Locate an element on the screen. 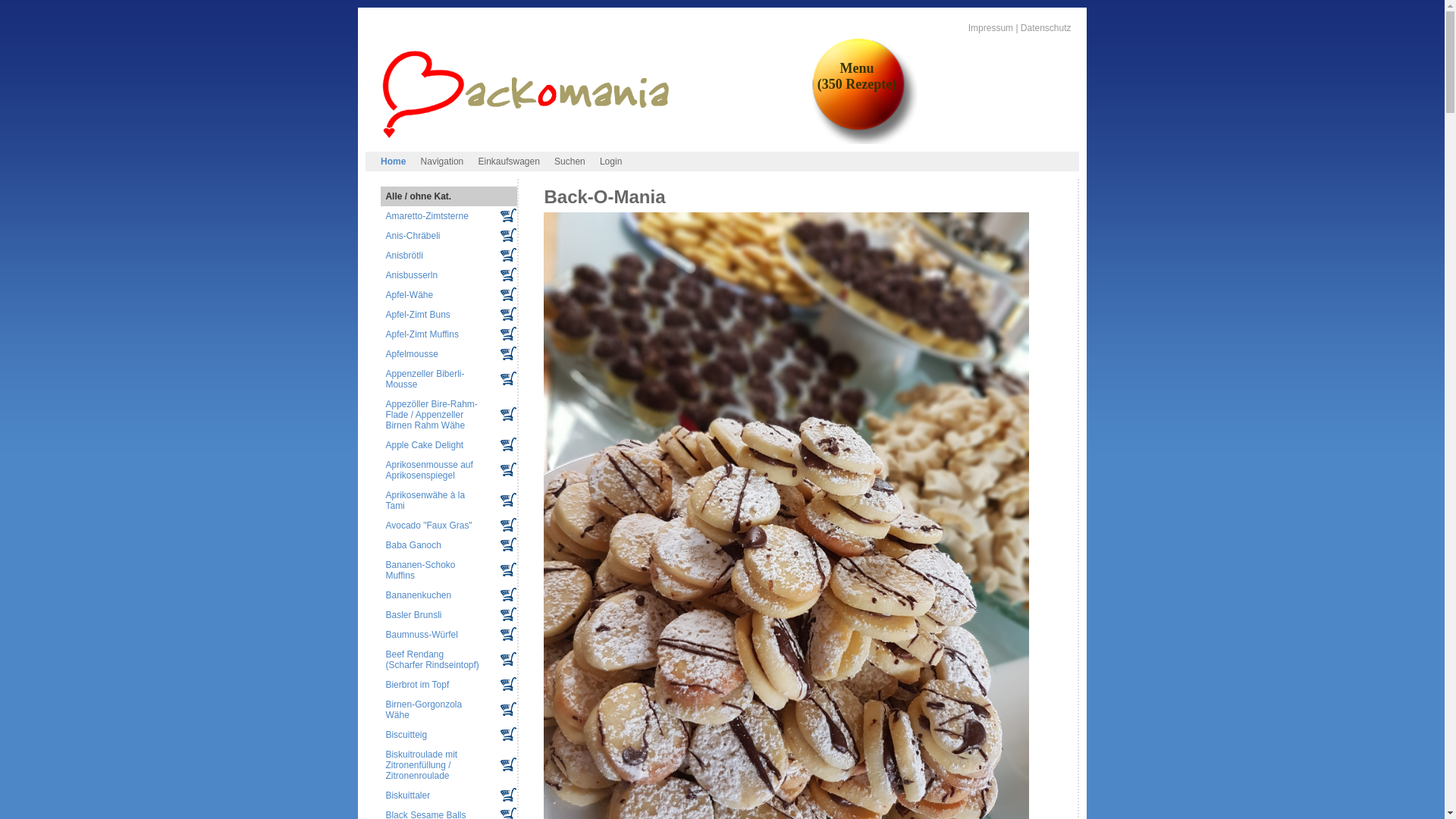 The image size is (1456, 819). 'Apfelmousse' is located at coordinates (411, 353).